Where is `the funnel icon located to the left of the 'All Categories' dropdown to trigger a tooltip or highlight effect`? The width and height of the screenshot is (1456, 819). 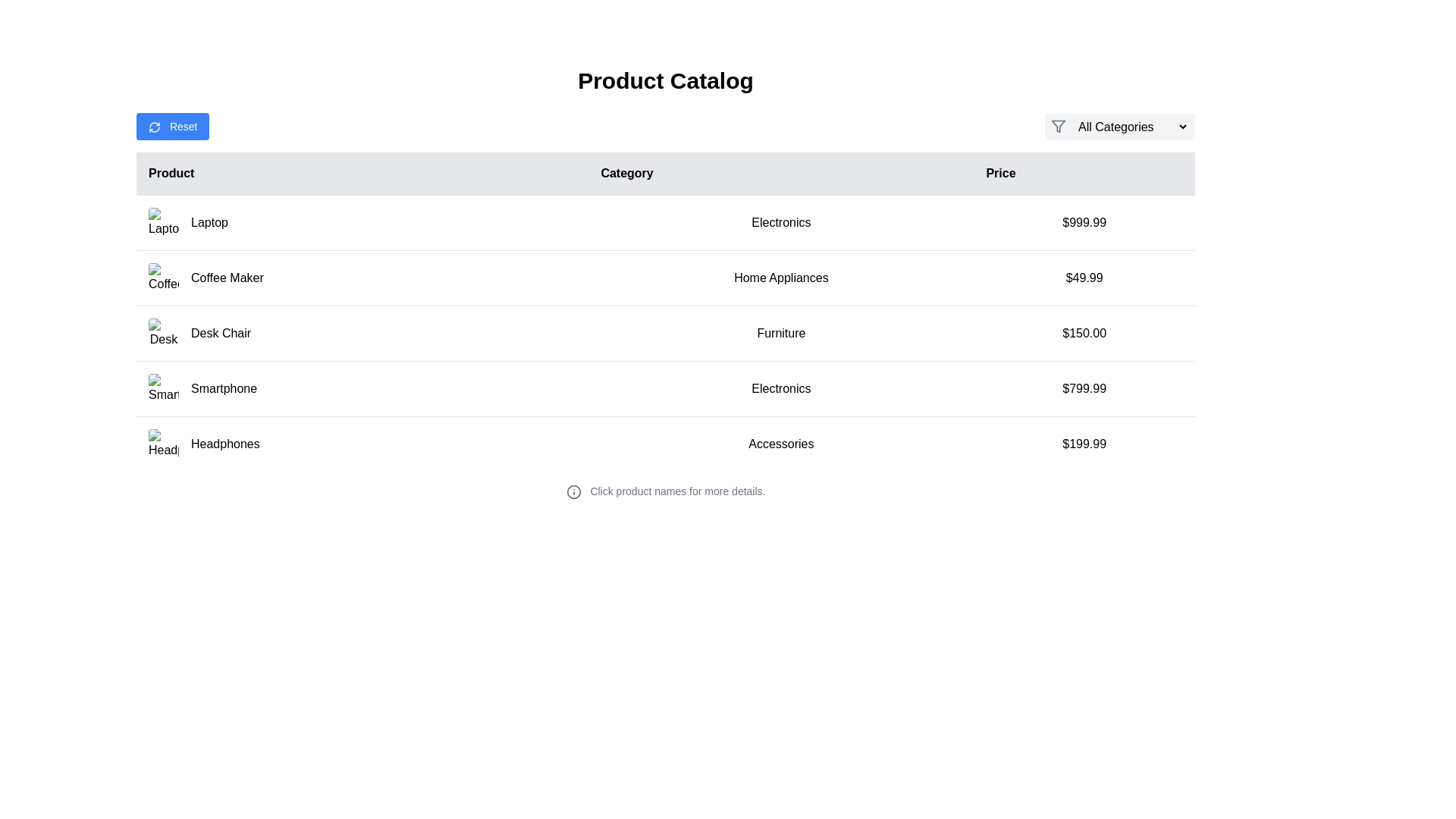
the funnel icon located to the left of the 'All Categories' dropdown to trigger a tooltip or highlight effect is located at coordinates (1058, 125).